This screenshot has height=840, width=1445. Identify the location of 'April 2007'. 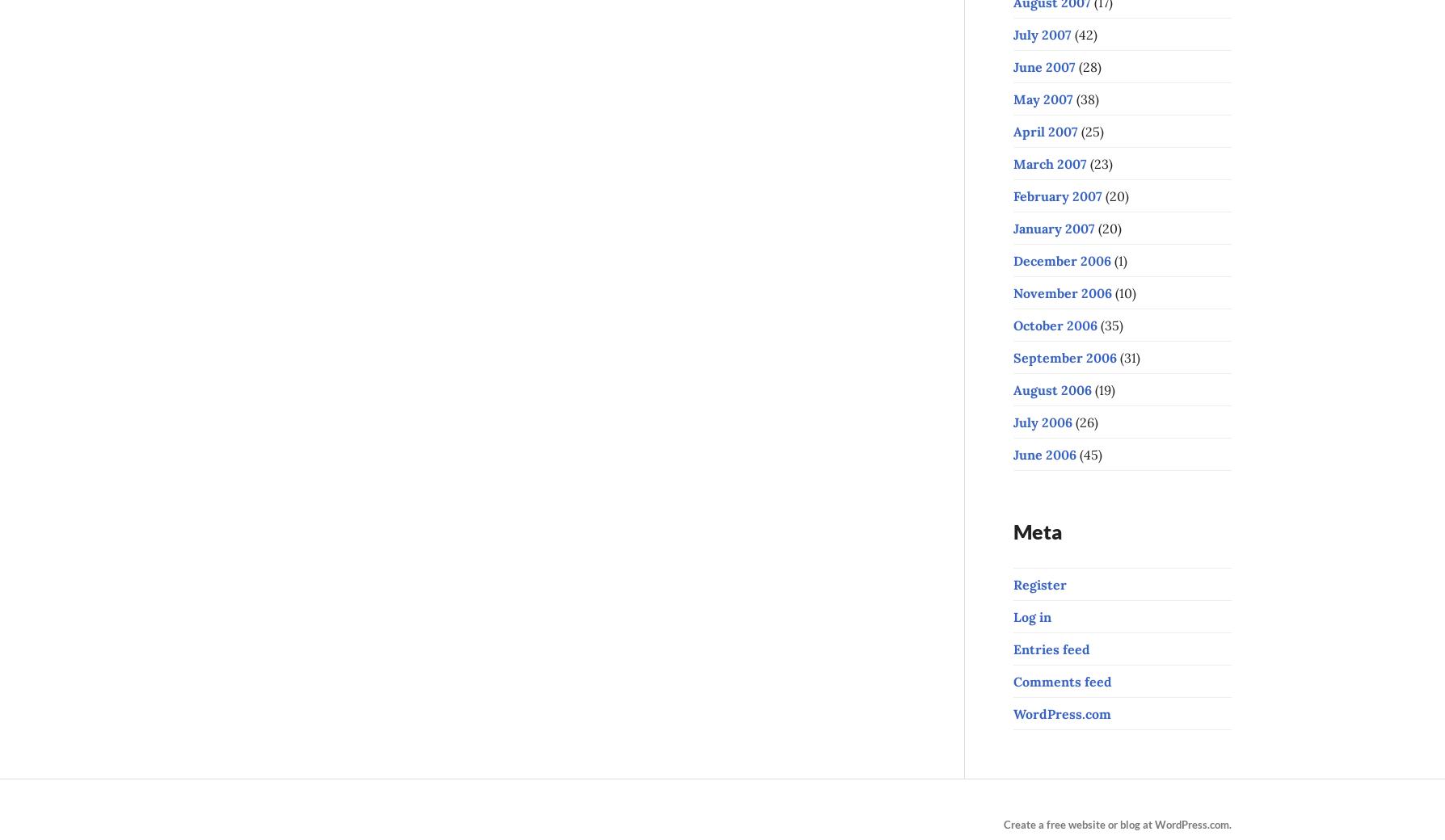
(1044, 131).